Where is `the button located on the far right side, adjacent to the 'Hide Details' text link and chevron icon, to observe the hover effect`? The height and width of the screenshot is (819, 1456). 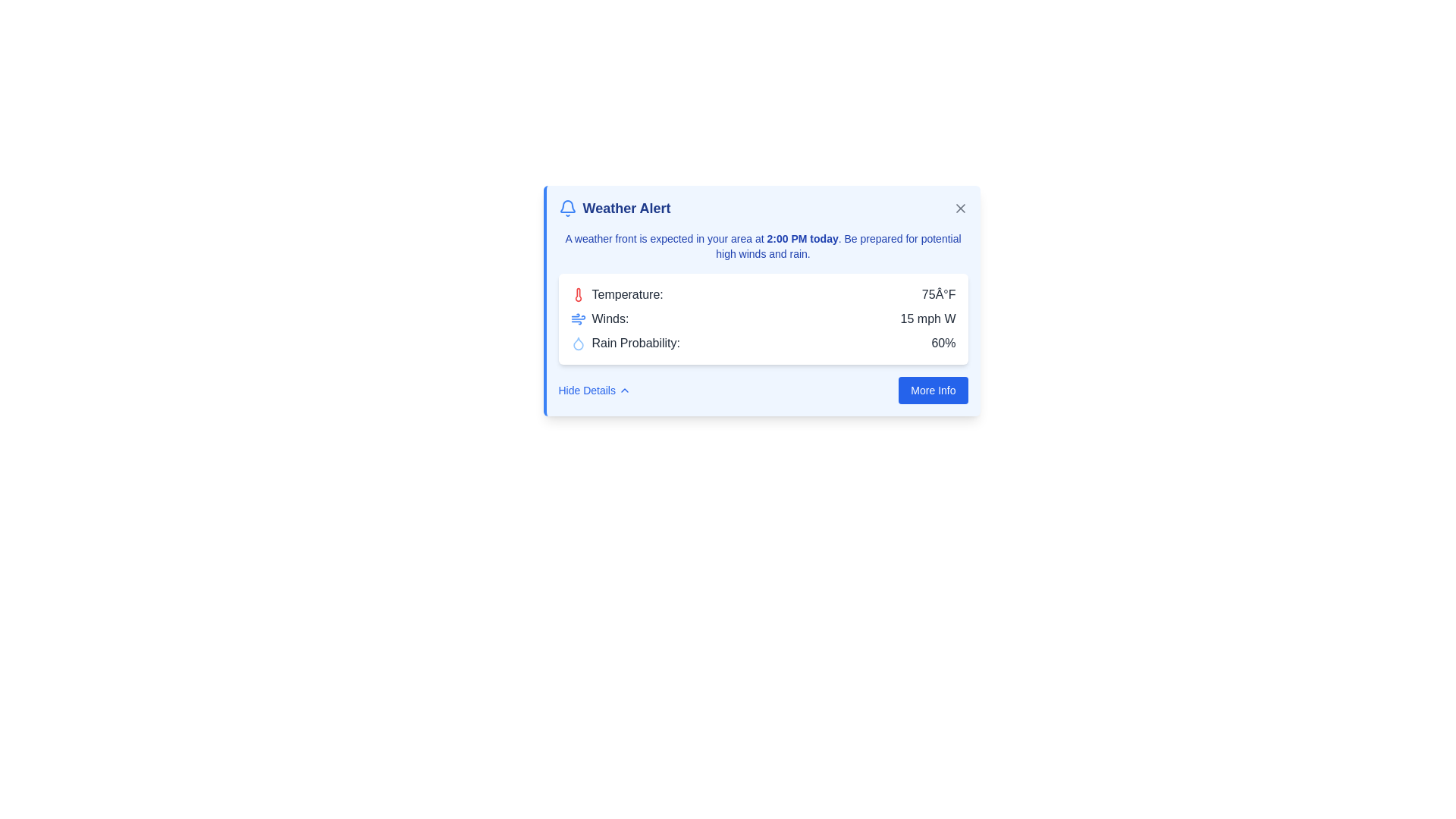 the button located on the far right side, adjacent to the 'Hide Details' text link and chevron icon, to observe the hover effect is located at coordinates (932, 390).